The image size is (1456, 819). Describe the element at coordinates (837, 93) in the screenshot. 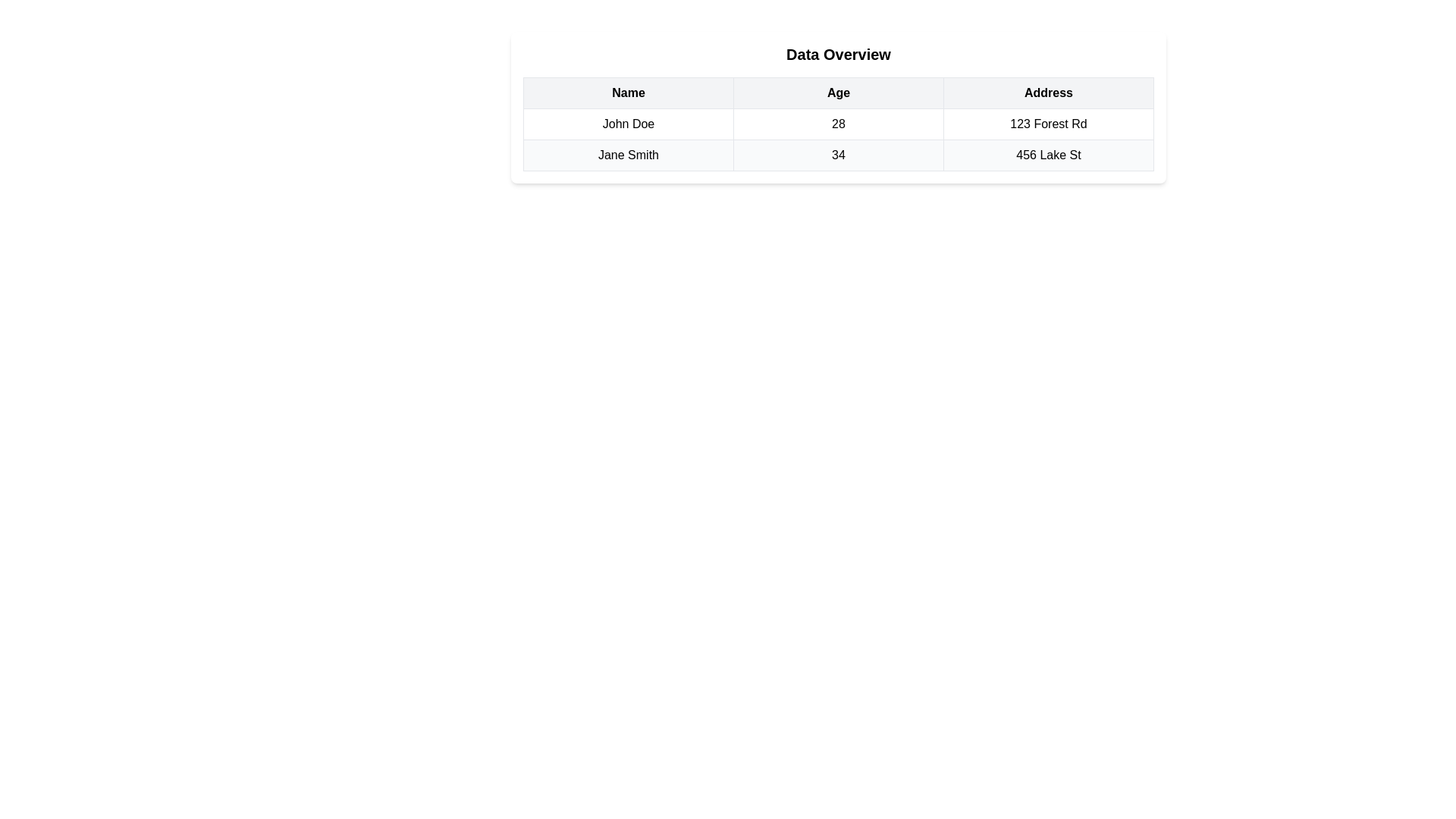

I see `text 'Age' from the Table Header Row, which is the first row in a table structure providing column labels` at that location.